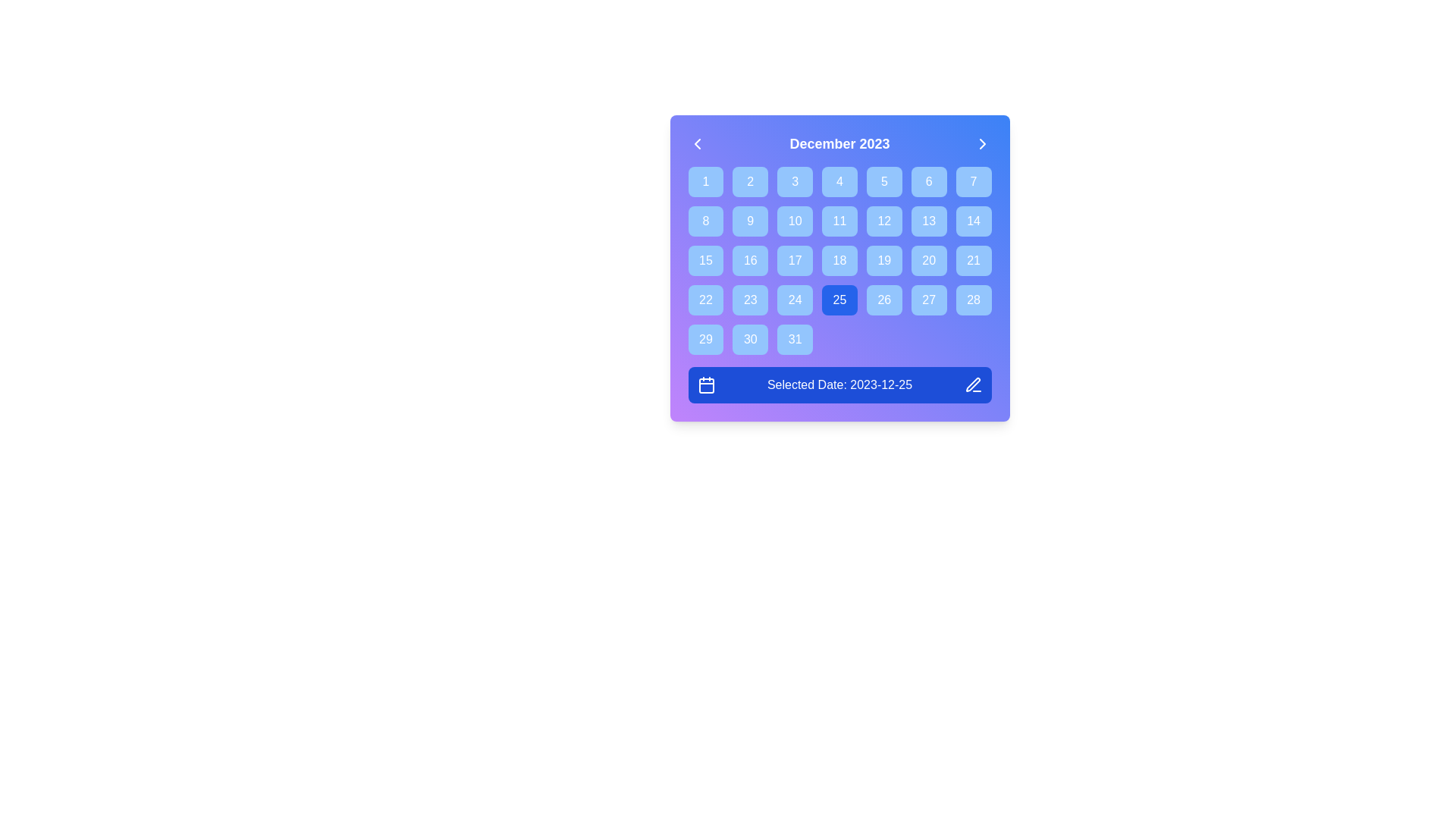  What do you see at coordinates (750, 221) in the screenshot?
I see `the interactive button representing a selectable date in the calendar grid` at bounding box center [750, 221].